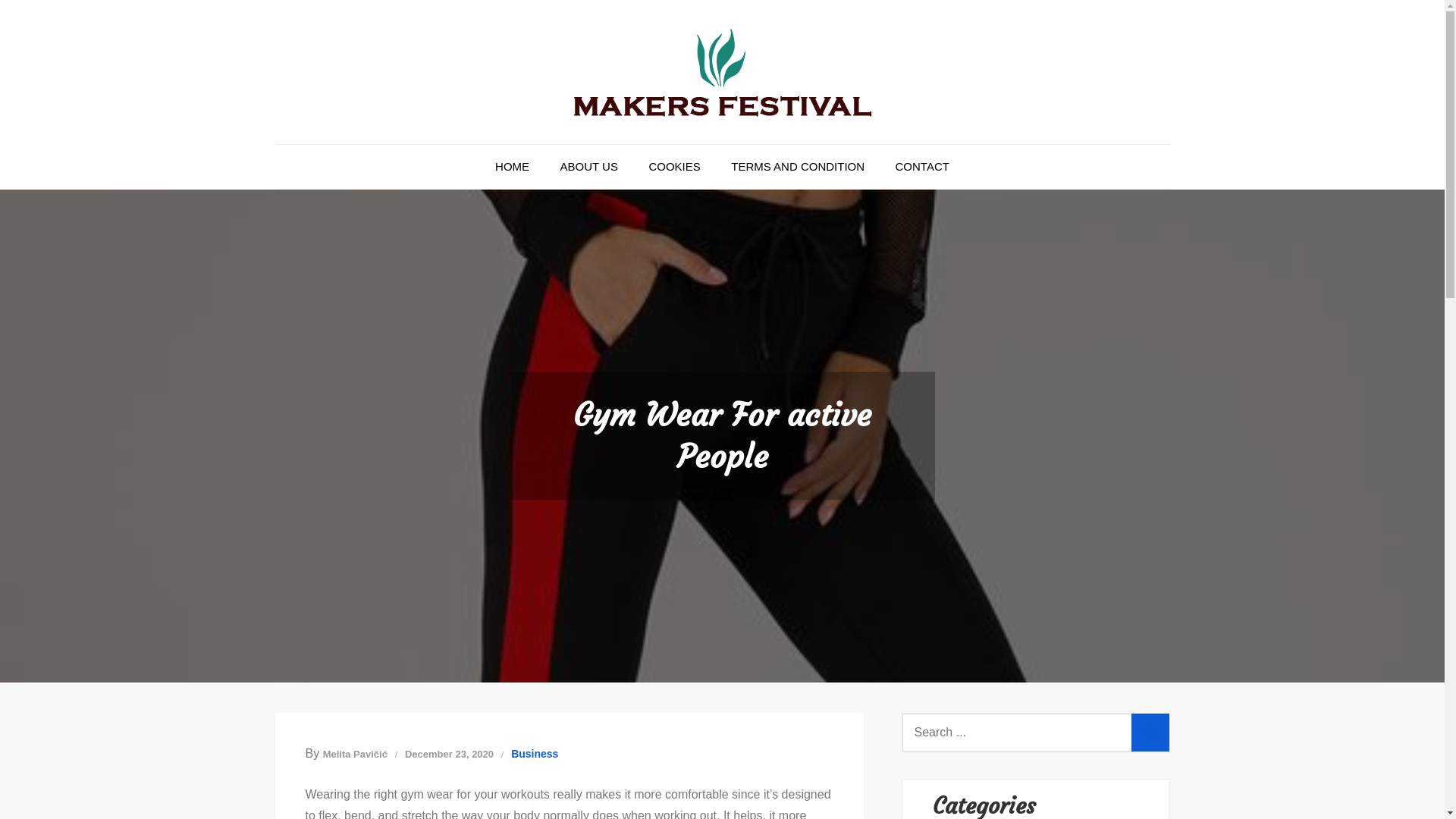 This screenshot has height=819, width=1456. Describe the element at coordinates (448, 754) in the screenshot. I see `'December 23, 2020'` at that location.